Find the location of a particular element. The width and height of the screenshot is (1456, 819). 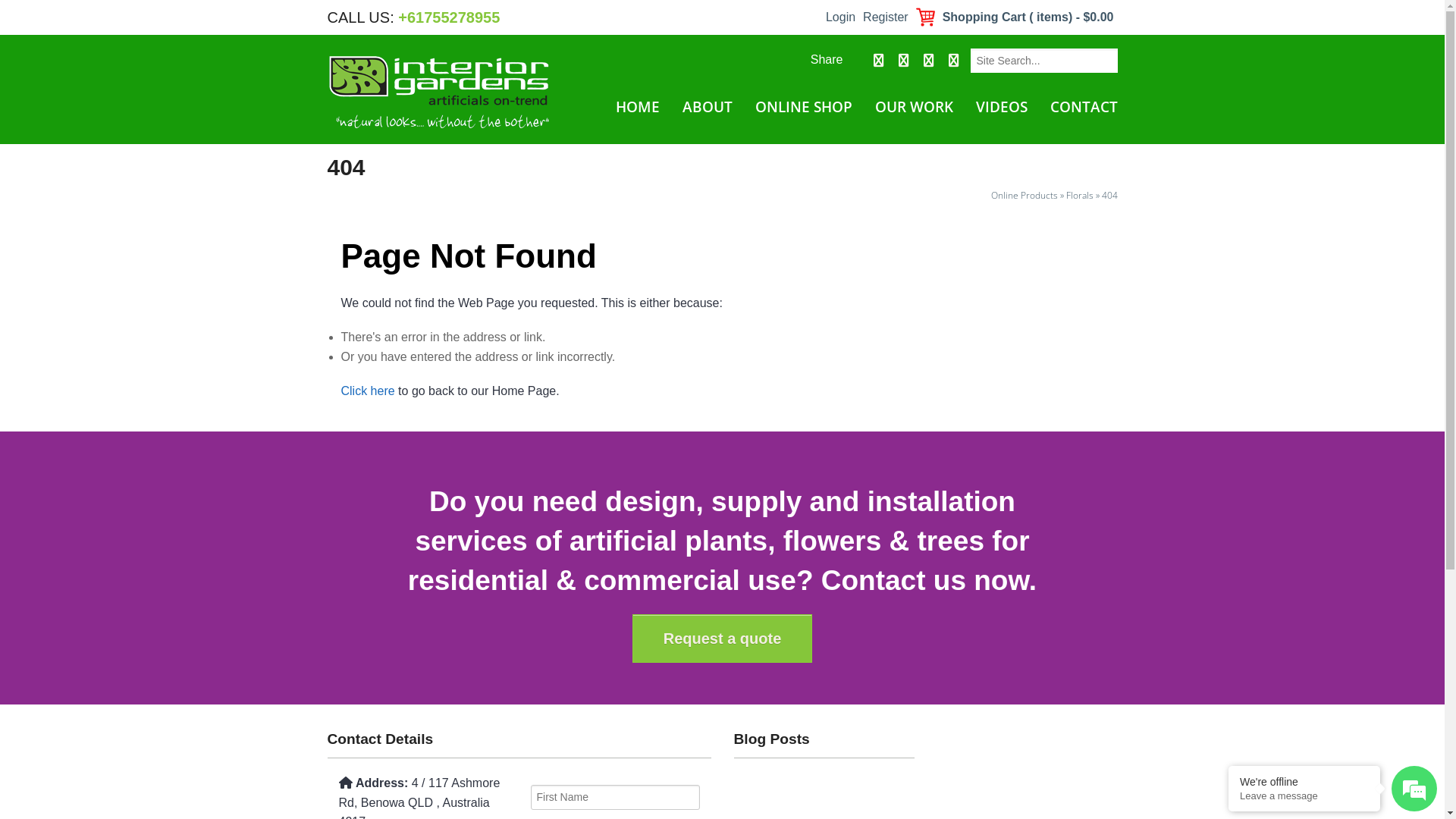

'Shopping Cart ( items) - $0.00' is located at coordinates (1015, 17).